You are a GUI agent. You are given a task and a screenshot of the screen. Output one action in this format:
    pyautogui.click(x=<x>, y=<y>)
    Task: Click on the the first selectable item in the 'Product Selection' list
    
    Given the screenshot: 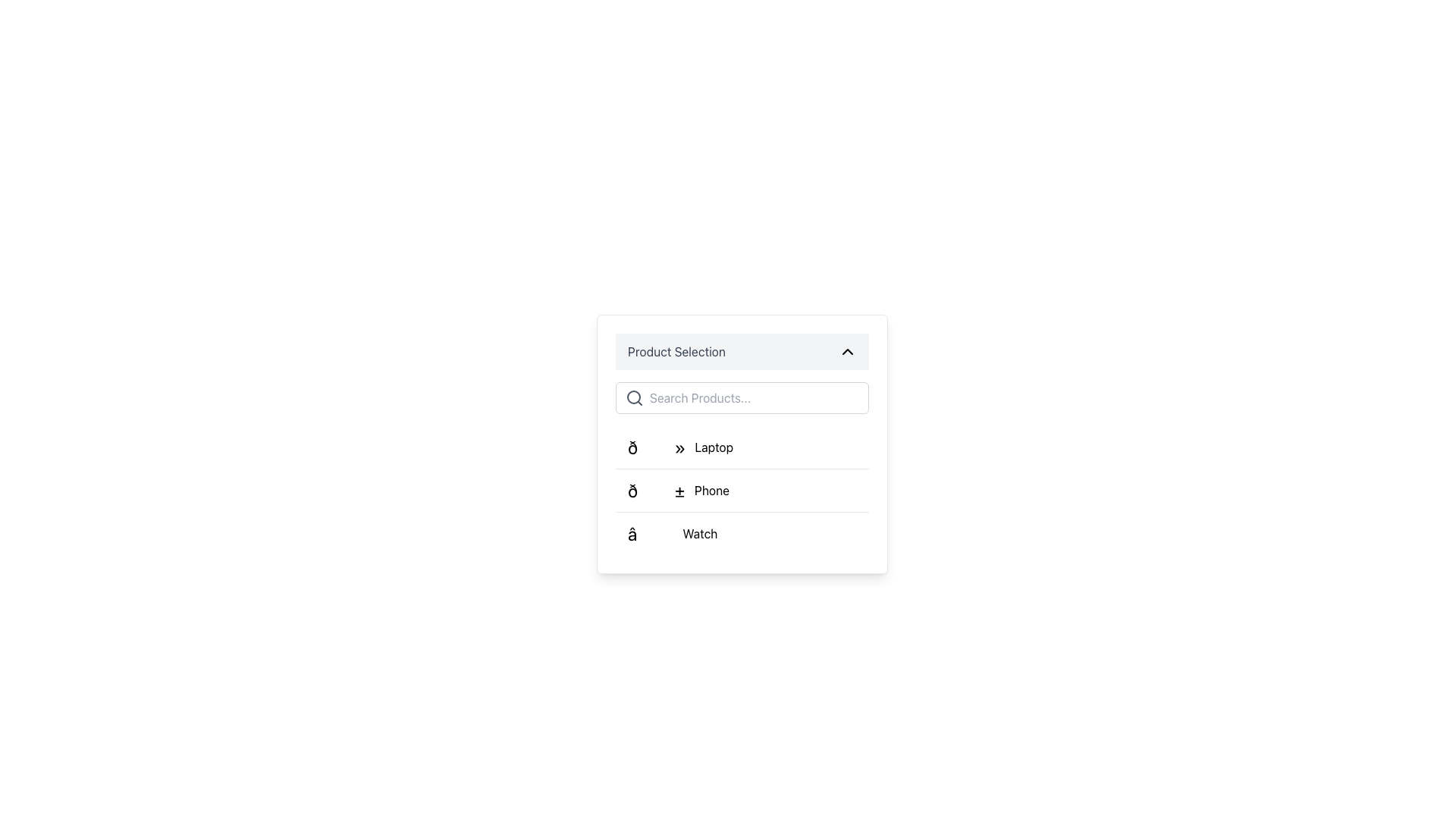 What is the action you would take?
    pyautogui.click(x=679, y=447)
    